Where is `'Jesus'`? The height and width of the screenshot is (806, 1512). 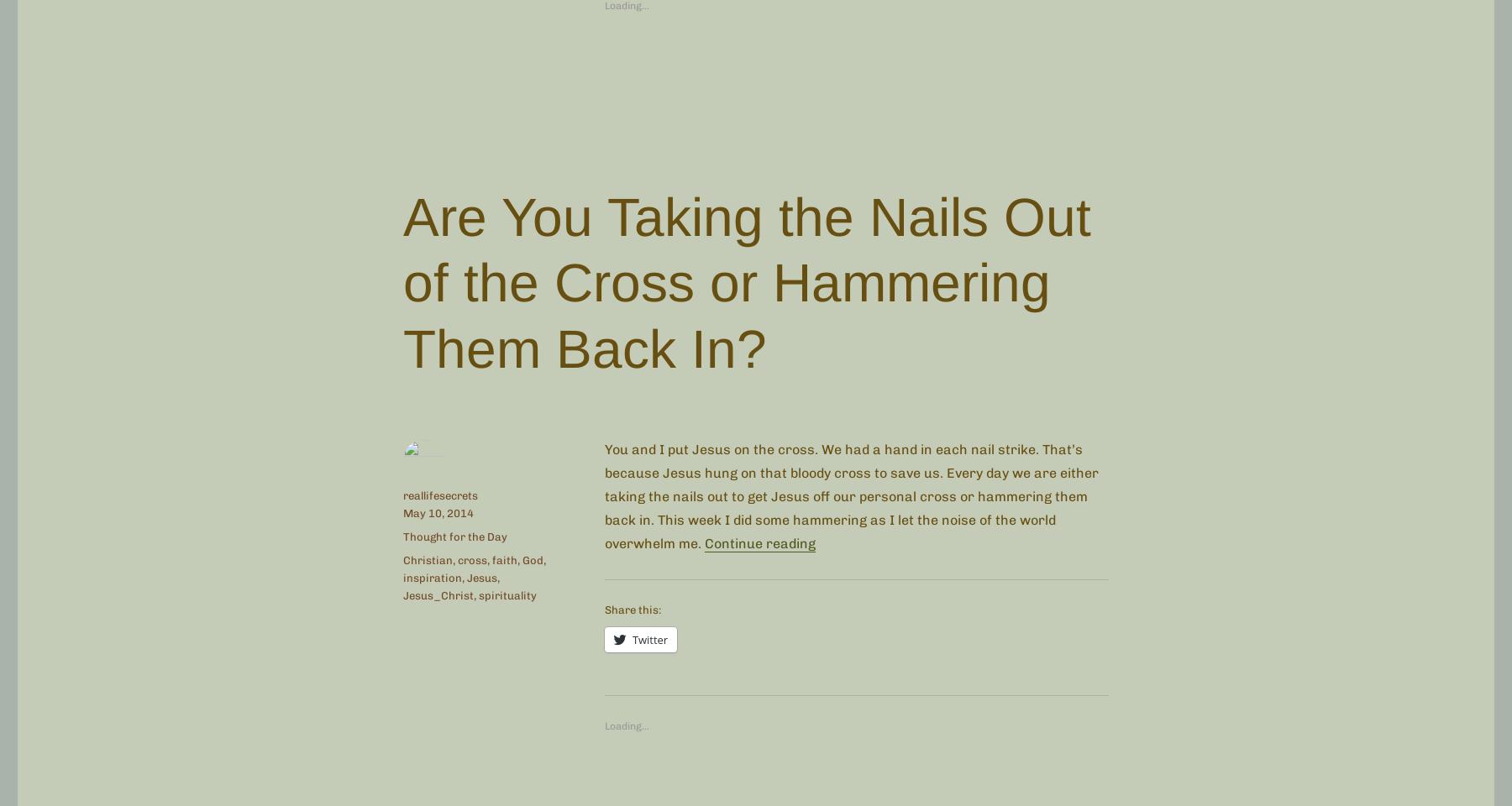
'Jesus' is located at coordinates (482, 578).